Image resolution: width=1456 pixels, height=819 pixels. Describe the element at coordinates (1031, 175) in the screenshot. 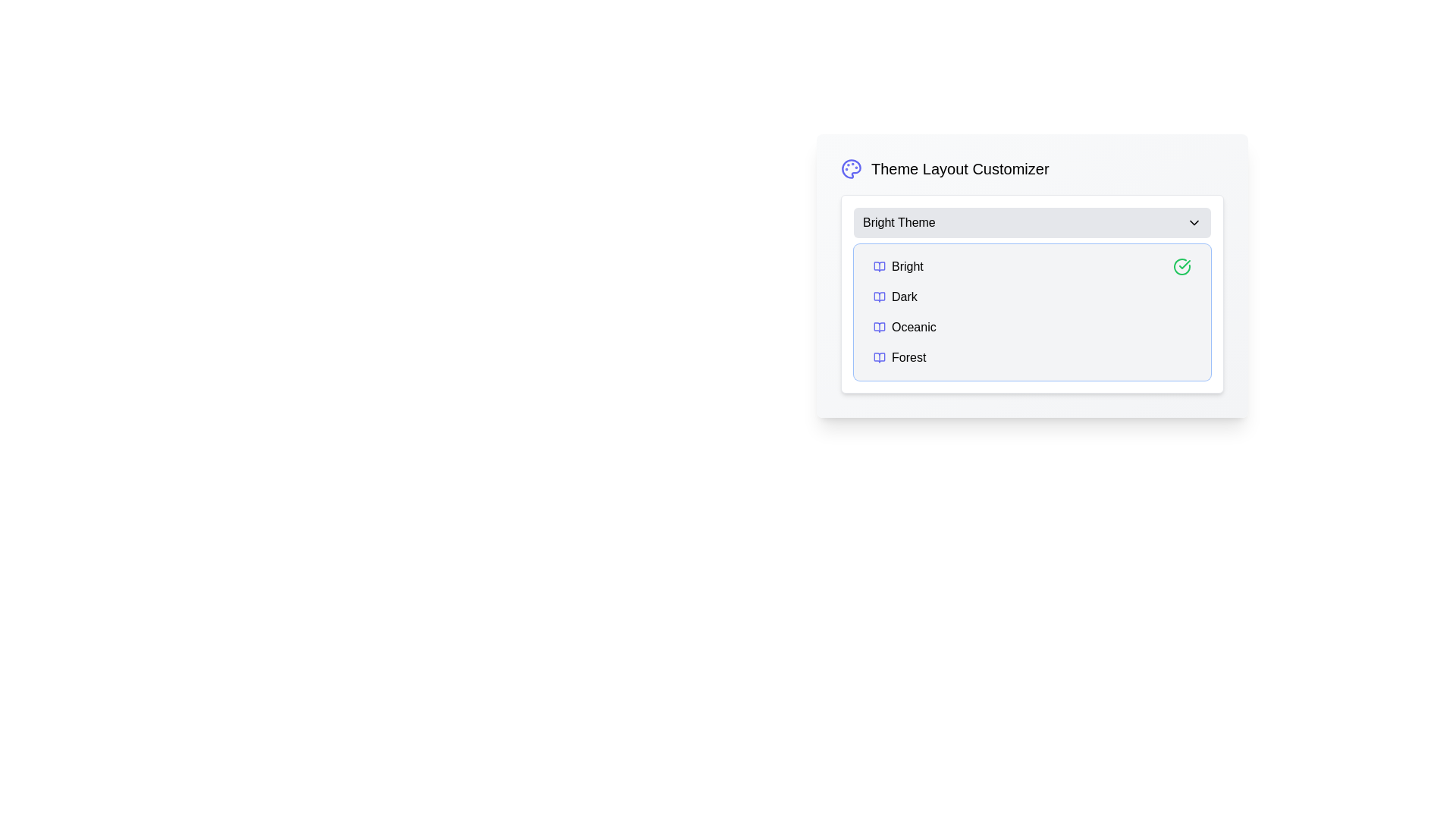

I see `descriptive text of the Header section labeled 'Theme Layout Customizer' next to the palette icon` at that location.